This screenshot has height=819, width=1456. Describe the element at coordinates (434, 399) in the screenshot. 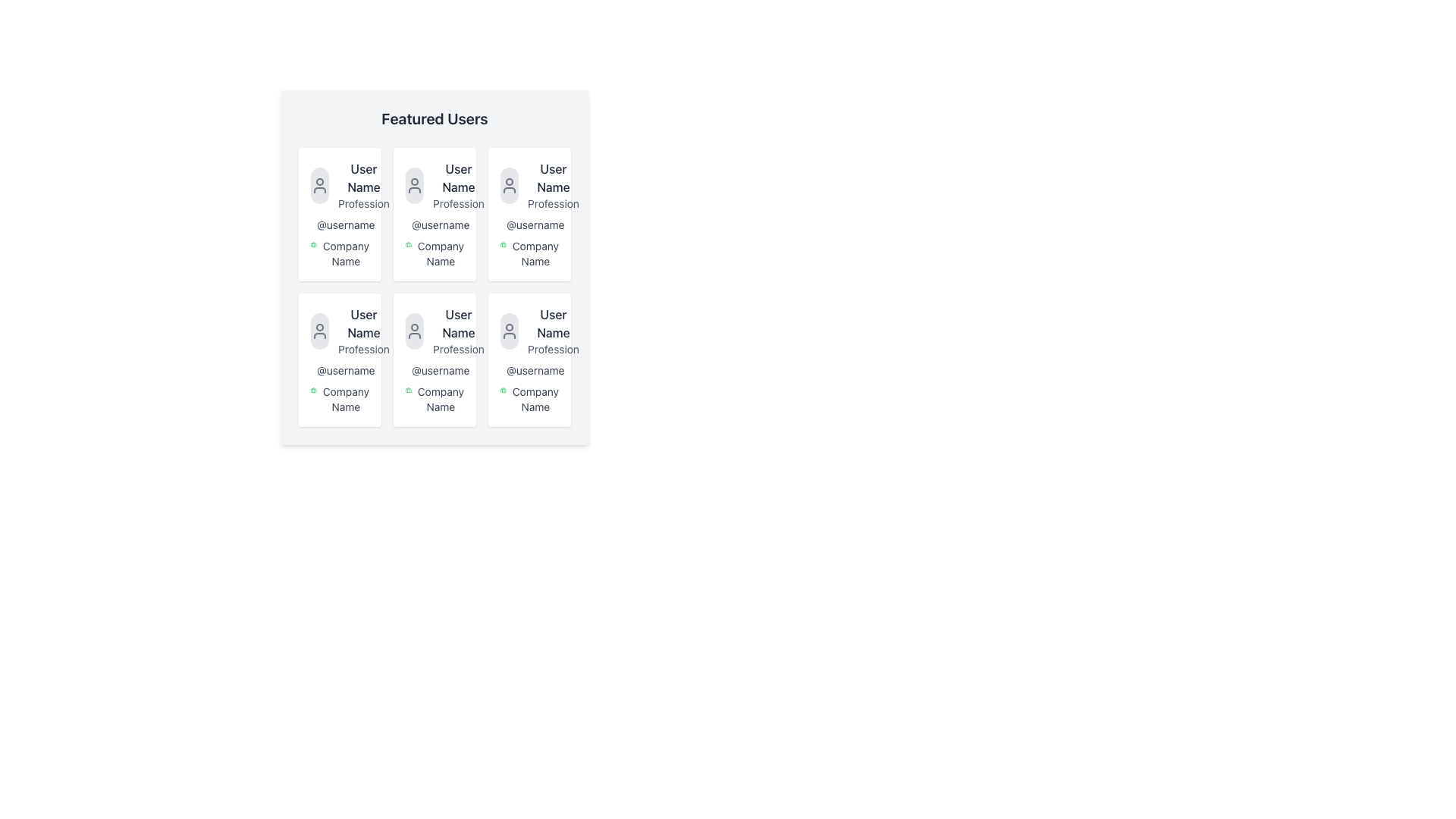

I see `the text label that reads 'Company Name', which is styled in small gray font and accompanied by a small green briefcase icon, located in the 'Featured Users' section of the user card layout` at that location.